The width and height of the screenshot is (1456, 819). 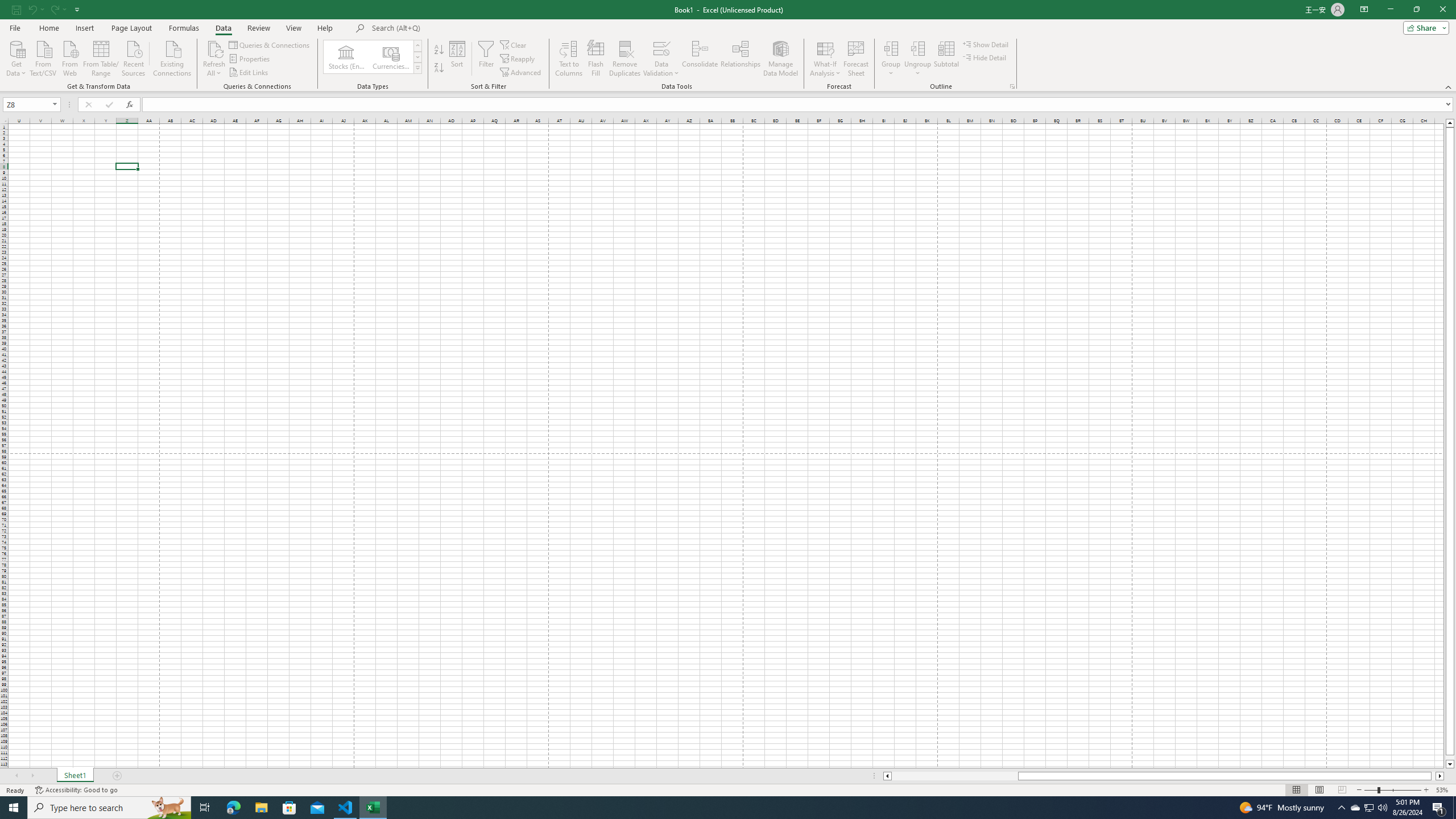 What do you see at coordinates (346, 56) in the screenshot?
I see `'Stocks (English)'` at bounding box center [346, 56].